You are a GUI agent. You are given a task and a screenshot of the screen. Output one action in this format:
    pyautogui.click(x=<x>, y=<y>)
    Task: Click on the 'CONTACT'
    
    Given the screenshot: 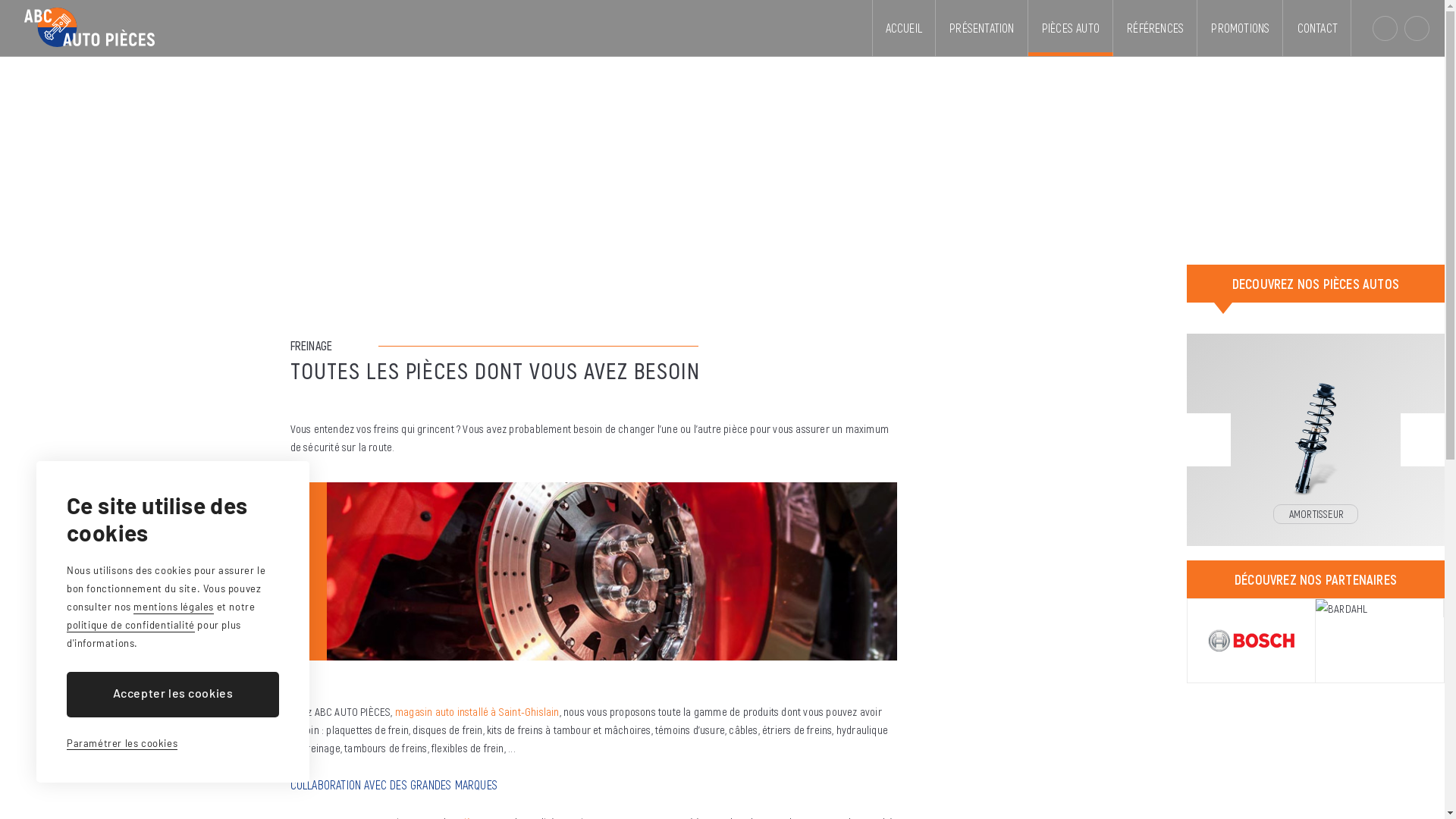 What is the action you would take?
    pyautogui.click(x=1316, y=28)
    